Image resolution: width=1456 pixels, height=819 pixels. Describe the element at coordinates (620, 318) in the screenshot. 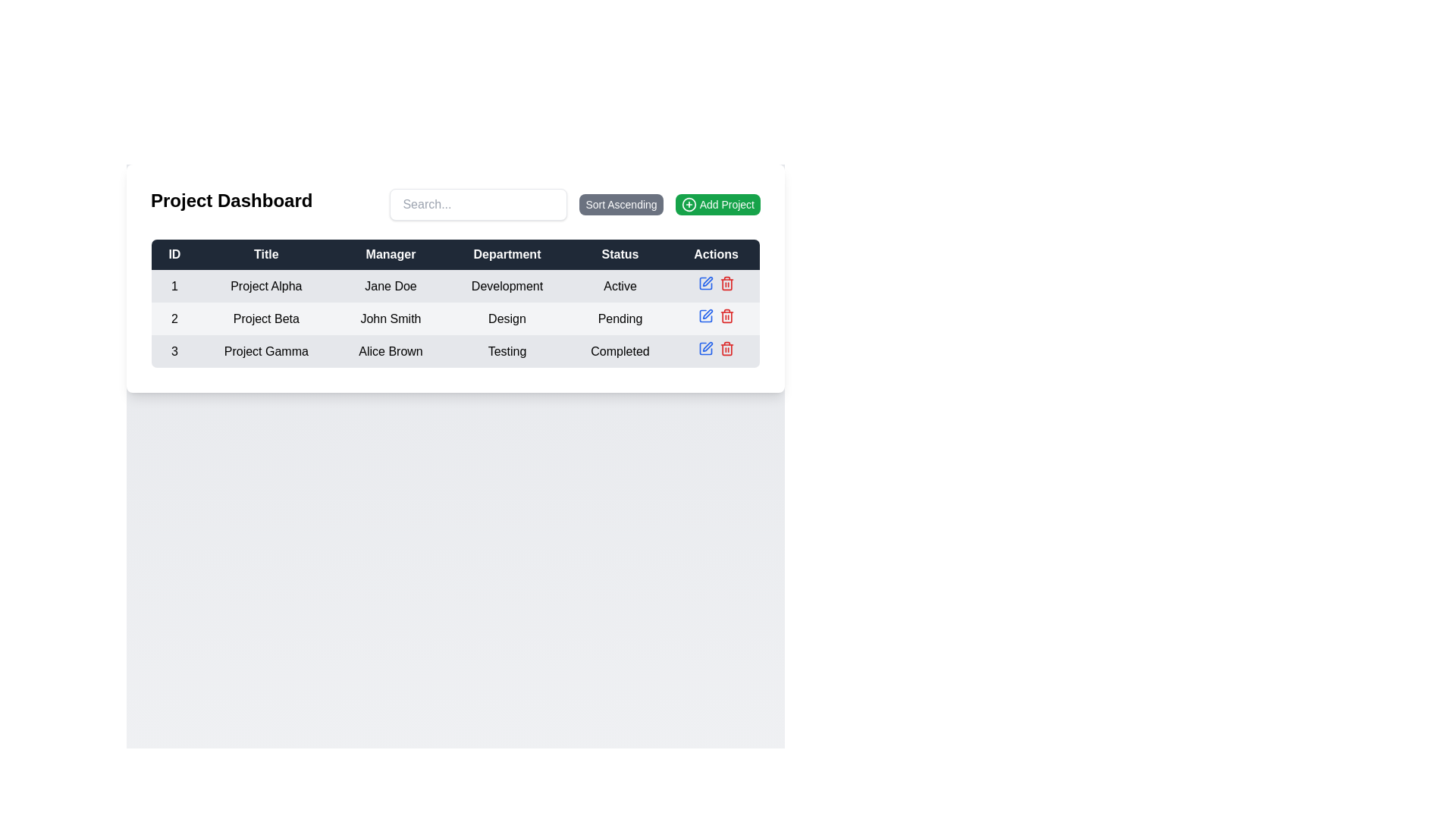

I see `status information from the 'Pending' text label located under the 'Status' column for 'Project Beta' managed by 'John Smith'` at that location.